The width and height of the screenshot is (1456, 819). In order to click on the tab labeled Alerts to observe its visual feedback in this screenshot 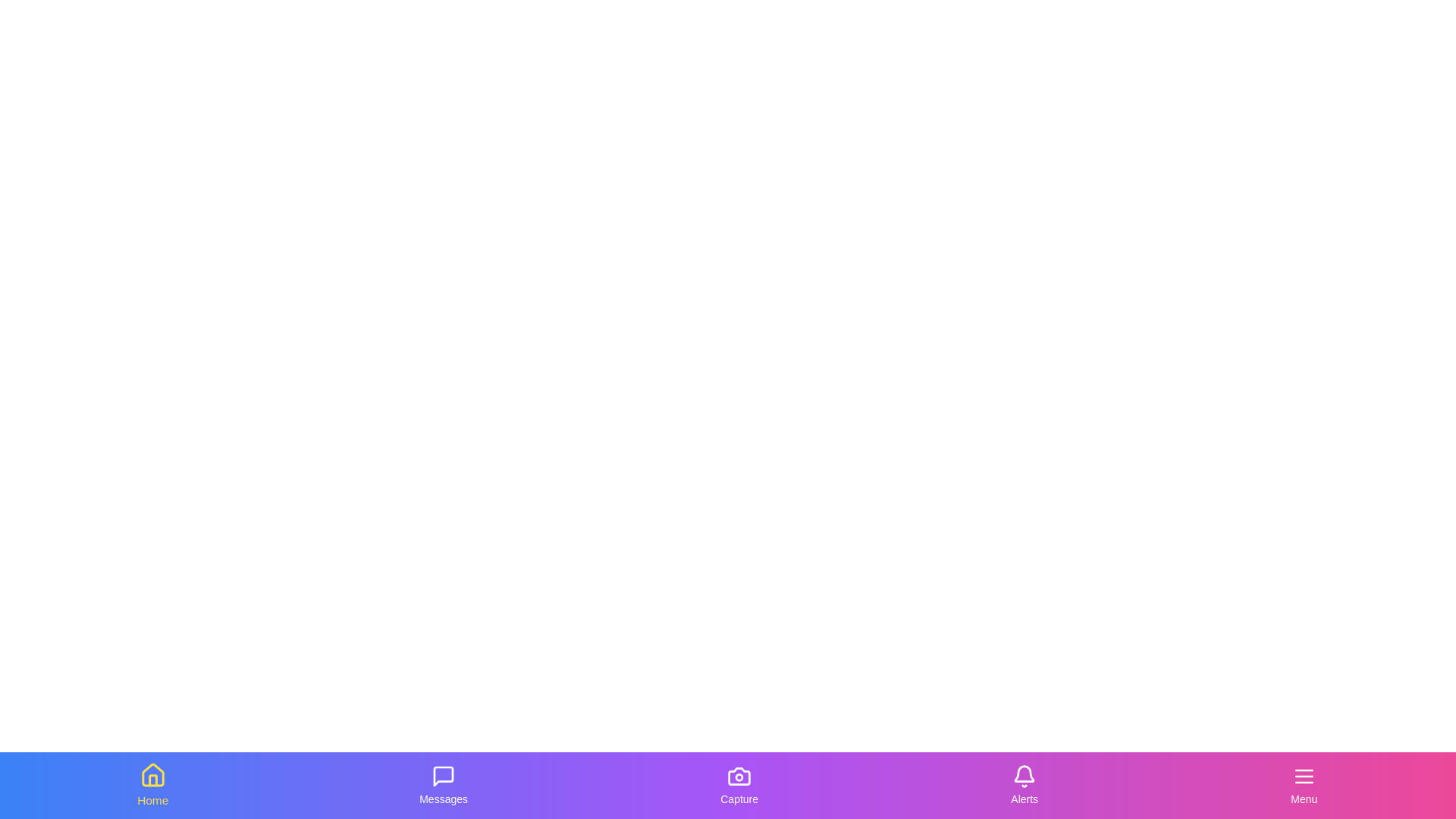, I will do `click(1024, 785)`.